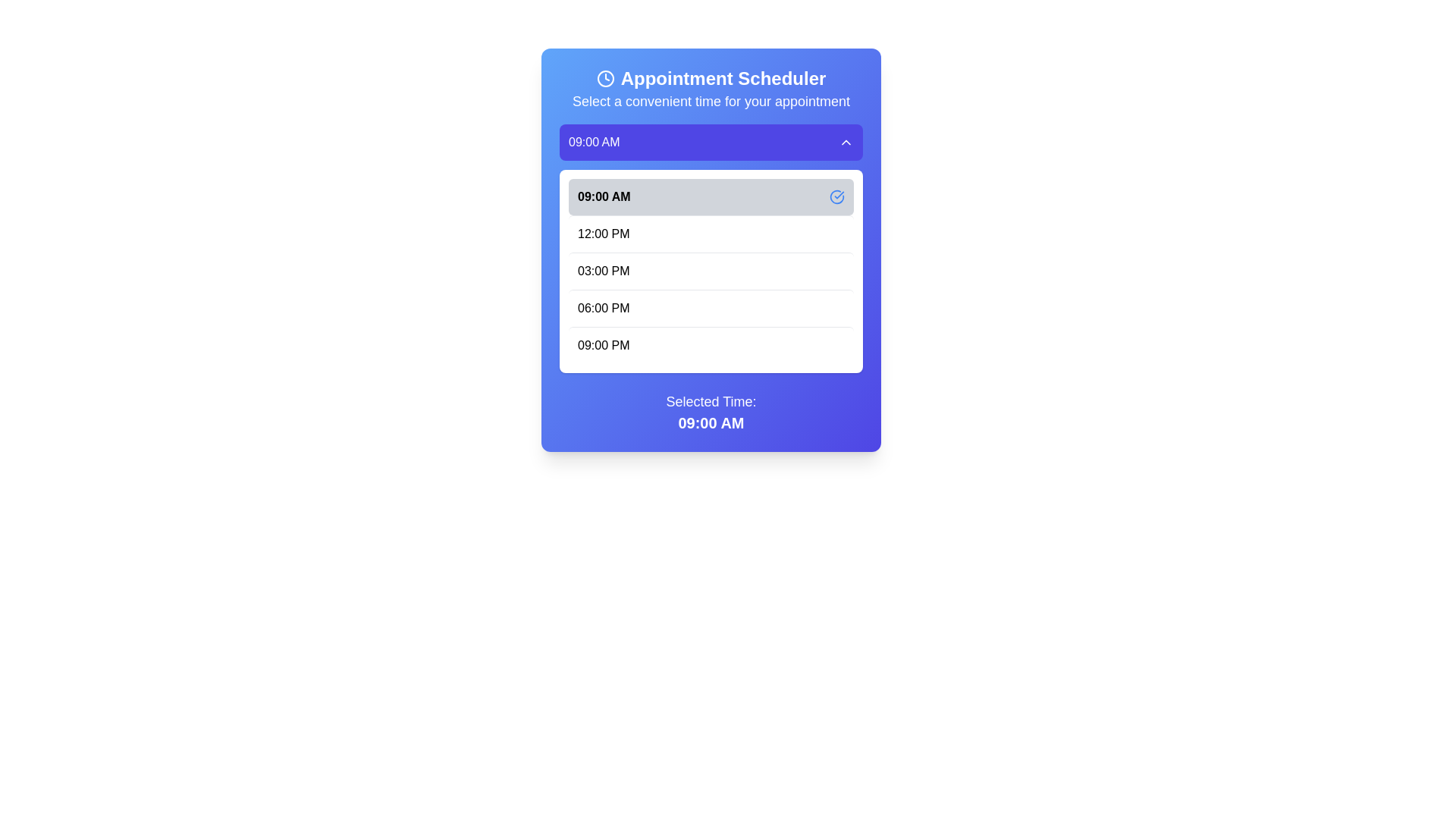 The width and height of the screenshot is (1456, 819). I want to click on the circular blue check mark icon located to the right of the text '09:00 AM' in the dropdown list, so click(836, 196).